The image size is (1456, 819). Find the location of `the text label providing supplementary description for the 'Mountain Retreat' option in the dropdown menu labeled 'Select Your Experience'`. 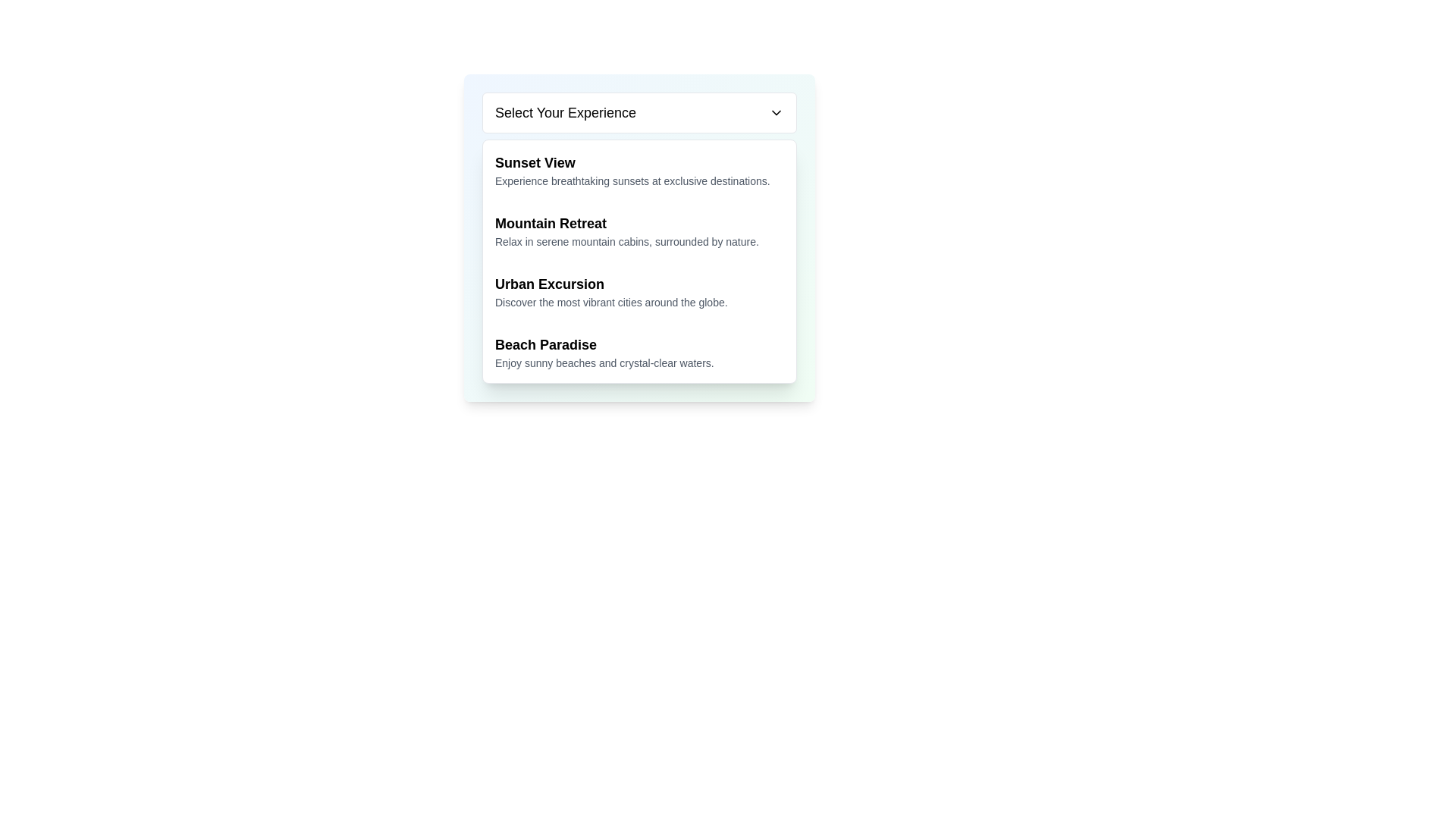

the text label providing supplementary description for the 'Mountain Retreat' option in the dropdown menu labeled 'Select Your Experience' is located at coordinates (639, 241).